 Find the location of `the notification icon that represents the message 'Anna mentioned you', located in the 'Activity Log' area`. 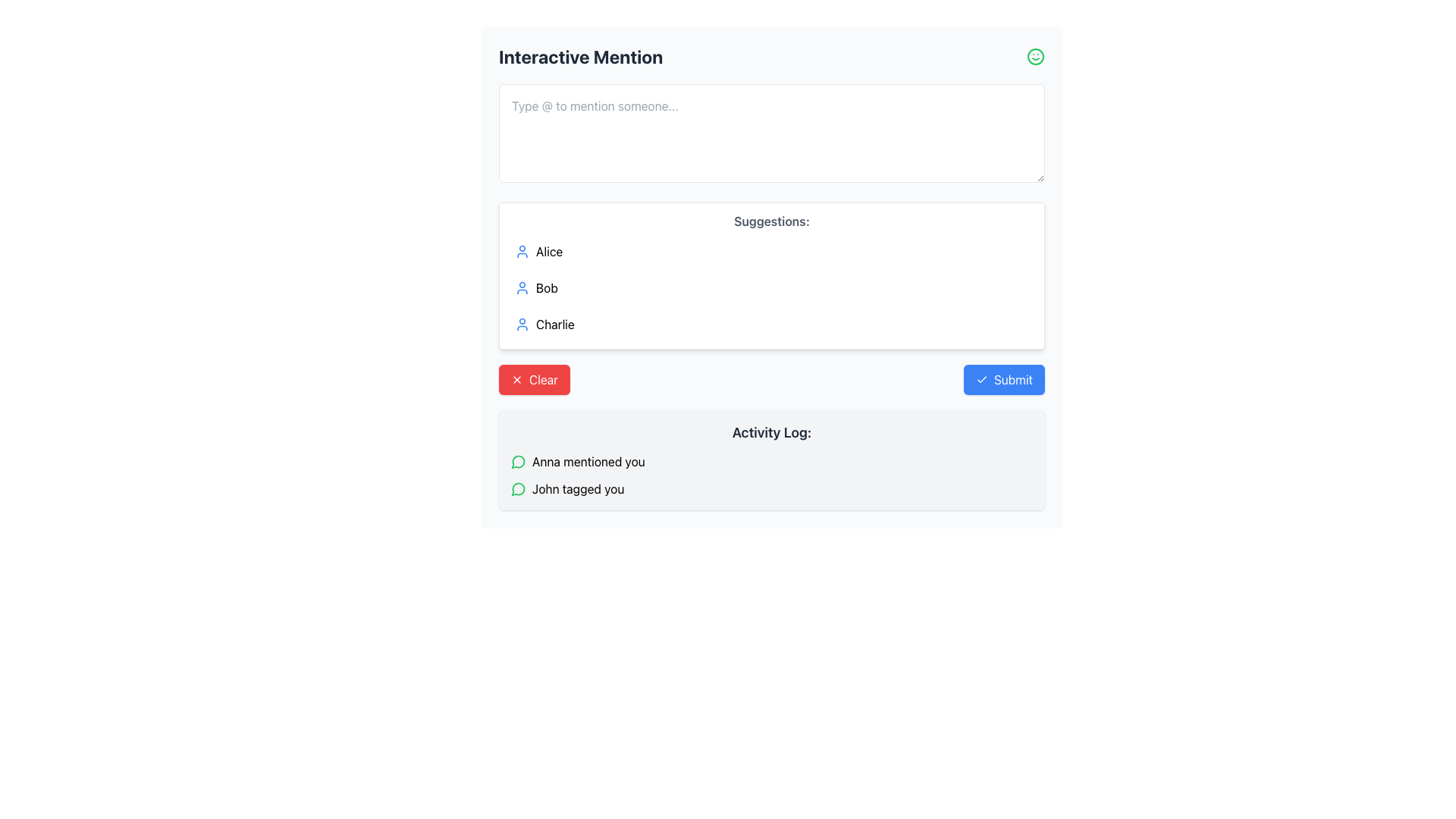

the notification icon that represents the message 'Anna mentioned you', located in the 'Activity Log' area is located at coordinates (519, 461).